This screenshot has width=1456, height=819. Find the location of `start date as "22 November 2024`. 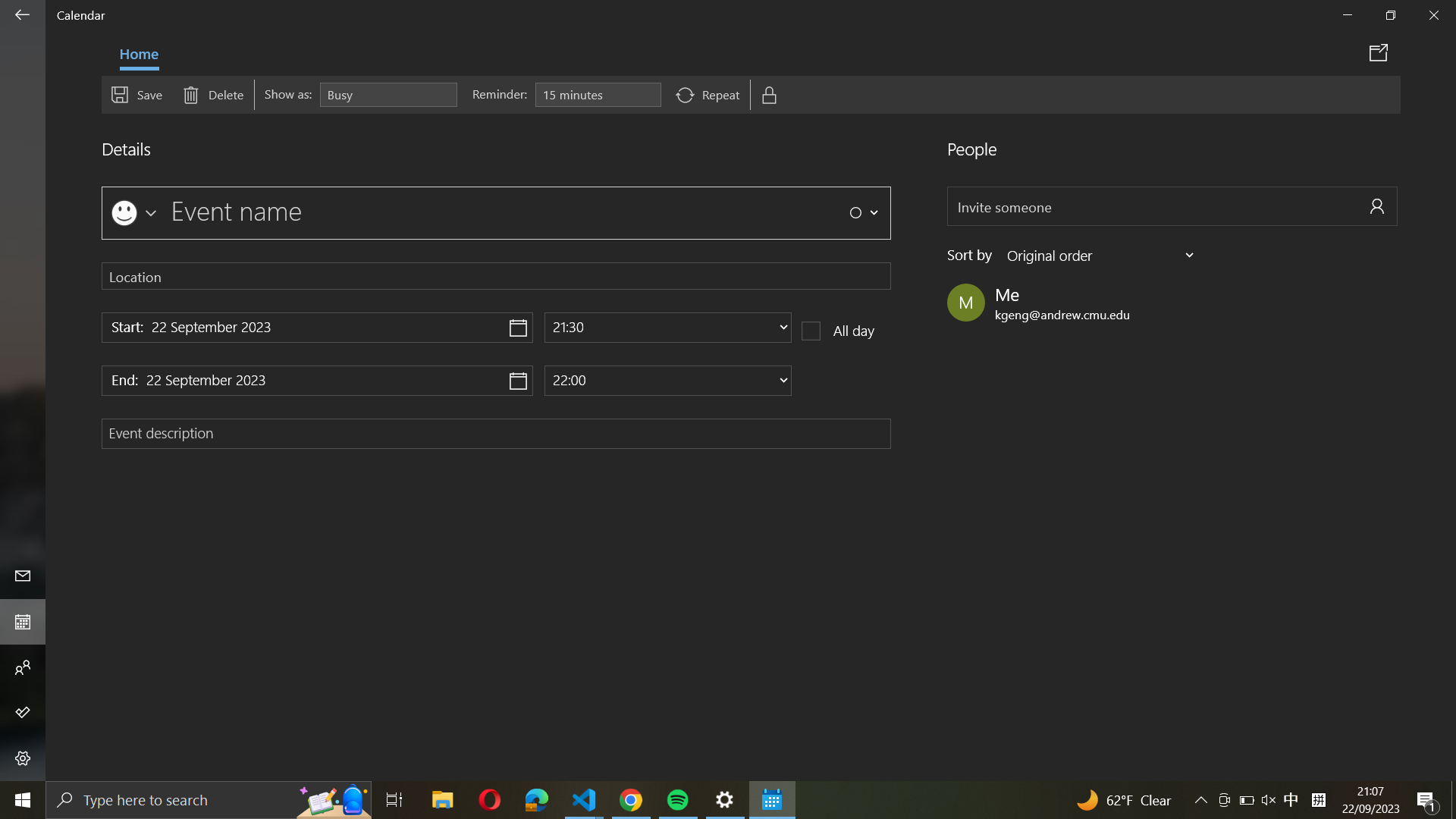

start date as "22 November 2024 is located at coordinates (316, 327).